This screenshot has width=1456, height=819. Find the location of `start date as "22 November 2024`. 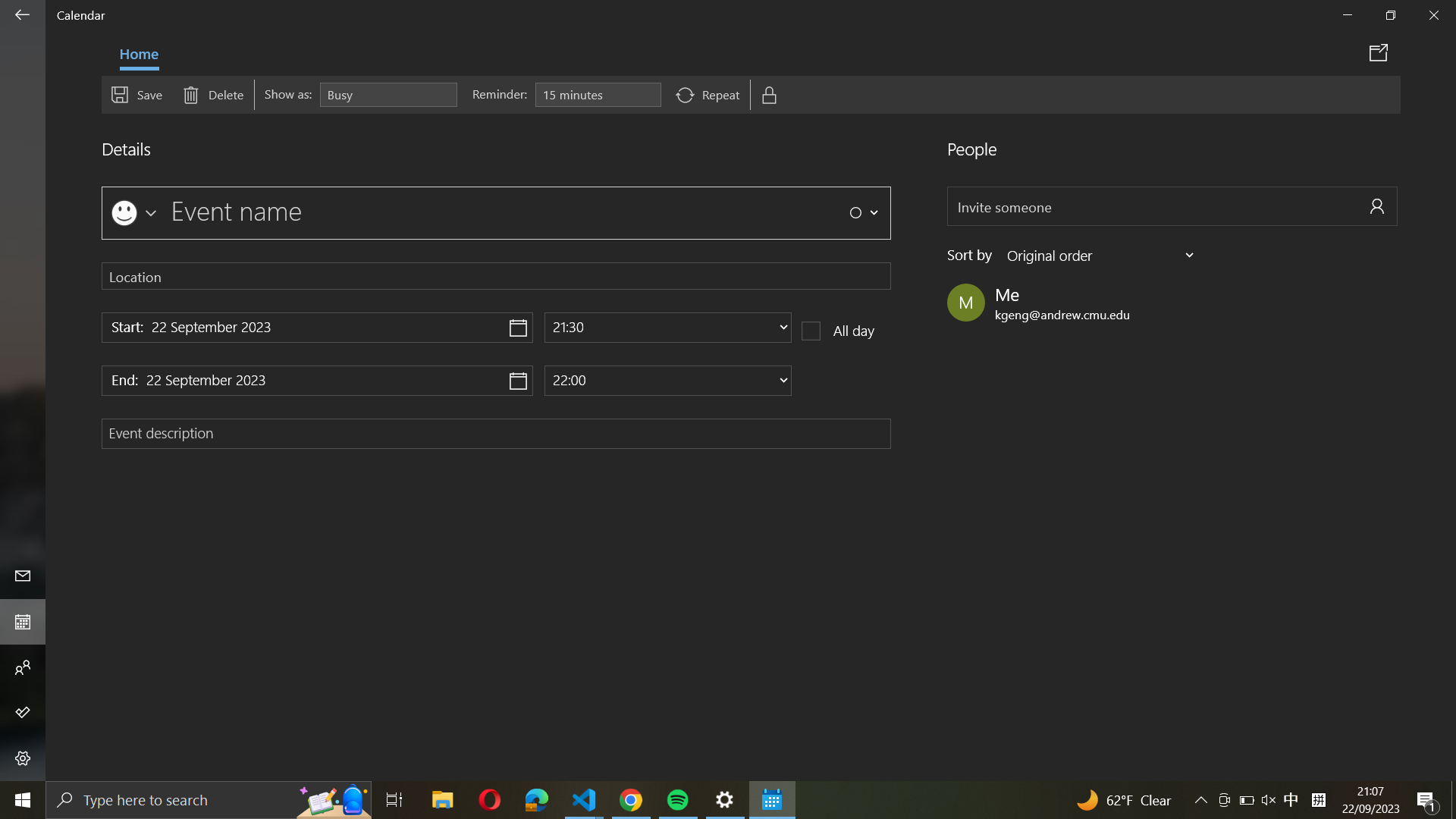

start date as "22 November 2024 is located at coordinates (316, 327).